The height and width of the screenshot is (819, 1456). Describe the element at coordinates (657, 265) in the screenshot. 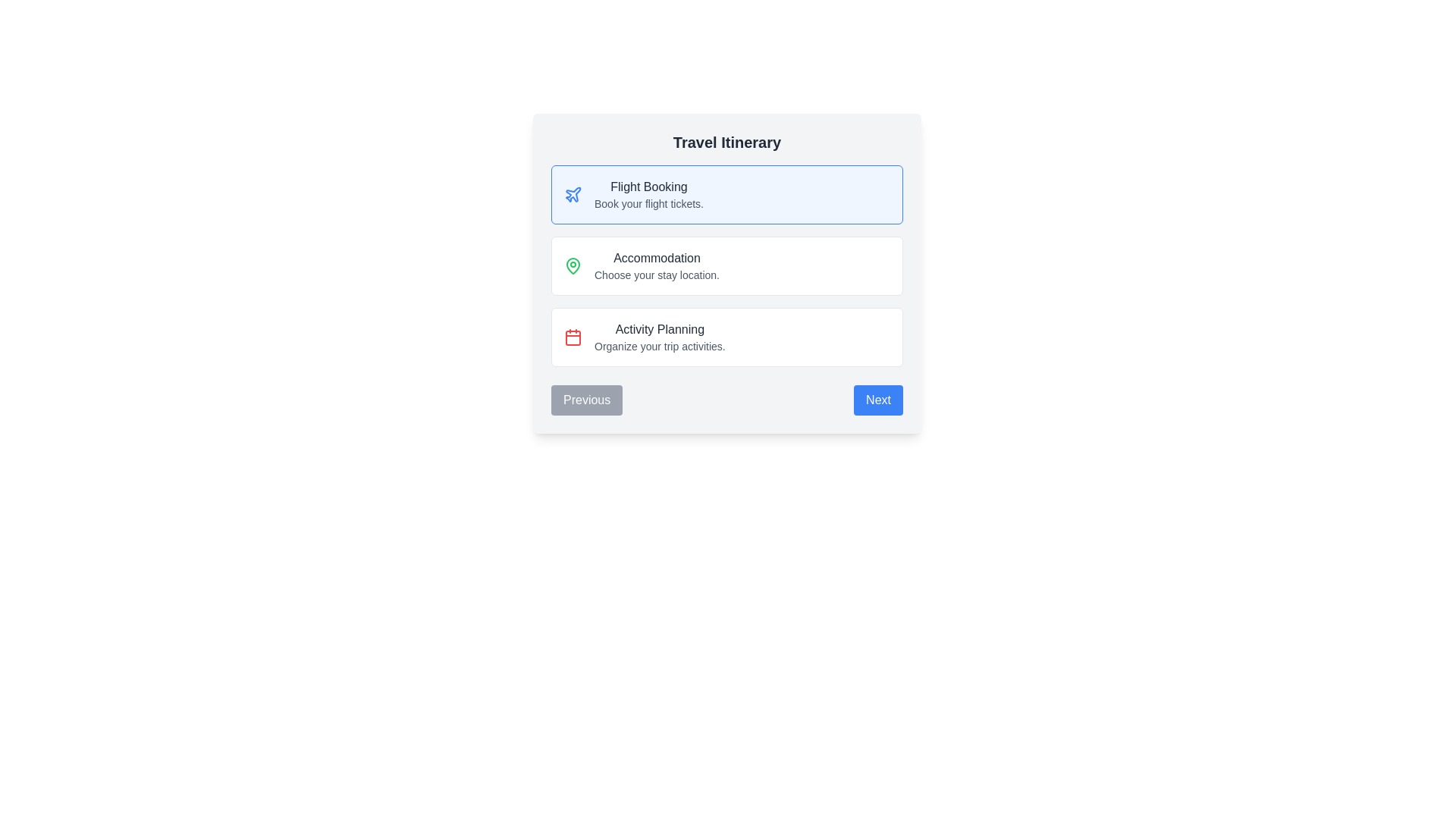

I see `the 'Accommodation' text label located centrally under the 'Travel Itinerary' section` at that location.